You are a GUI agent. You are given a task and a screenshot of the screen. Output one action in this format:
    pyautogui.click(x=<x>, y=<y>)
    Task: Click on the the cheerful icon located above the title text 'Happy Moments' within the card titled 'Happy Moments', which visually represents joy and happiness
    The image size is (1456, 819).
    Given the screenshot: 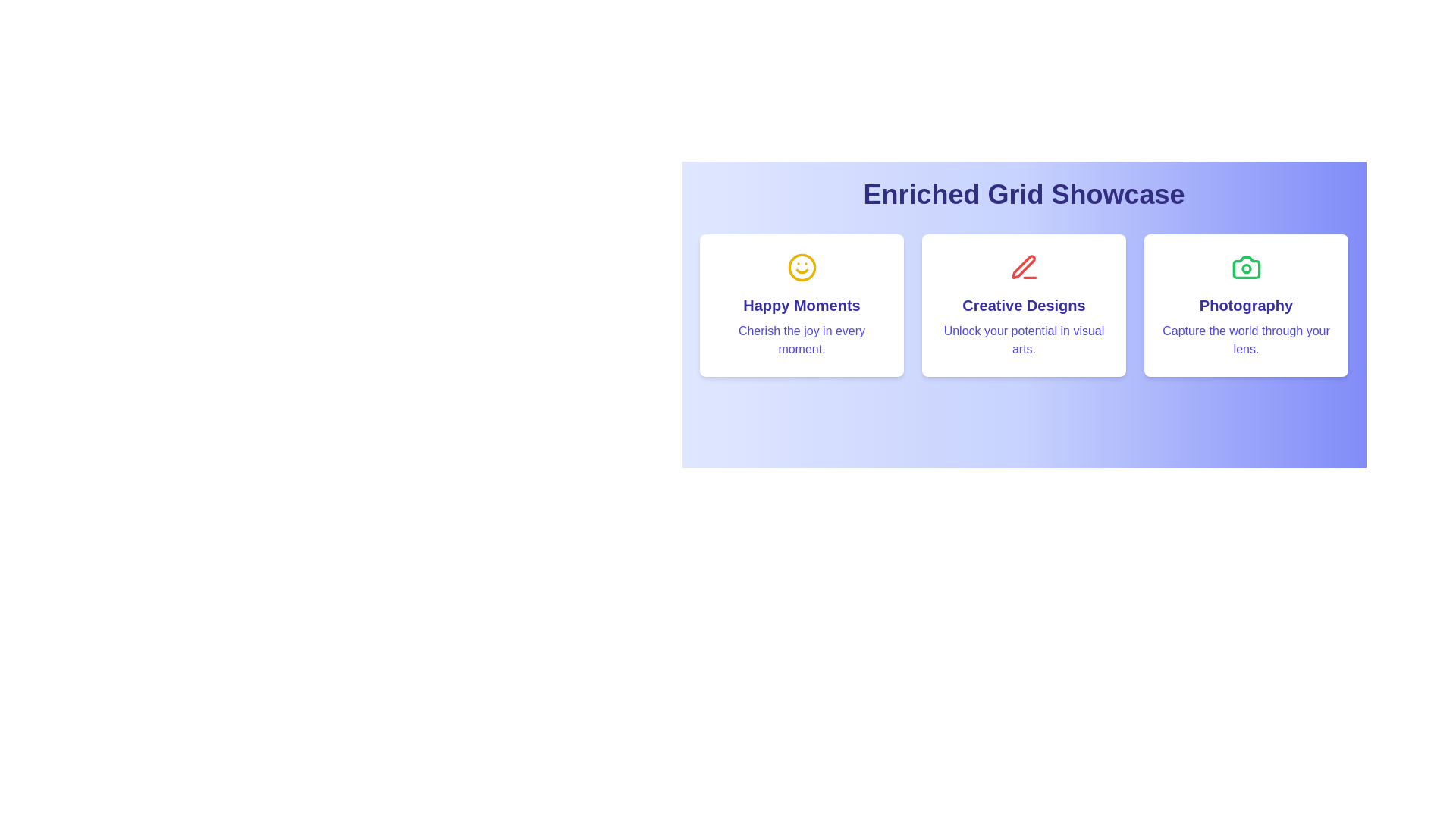 What is the action you would take?
    pyautogui.click(x=801, y=267)
    